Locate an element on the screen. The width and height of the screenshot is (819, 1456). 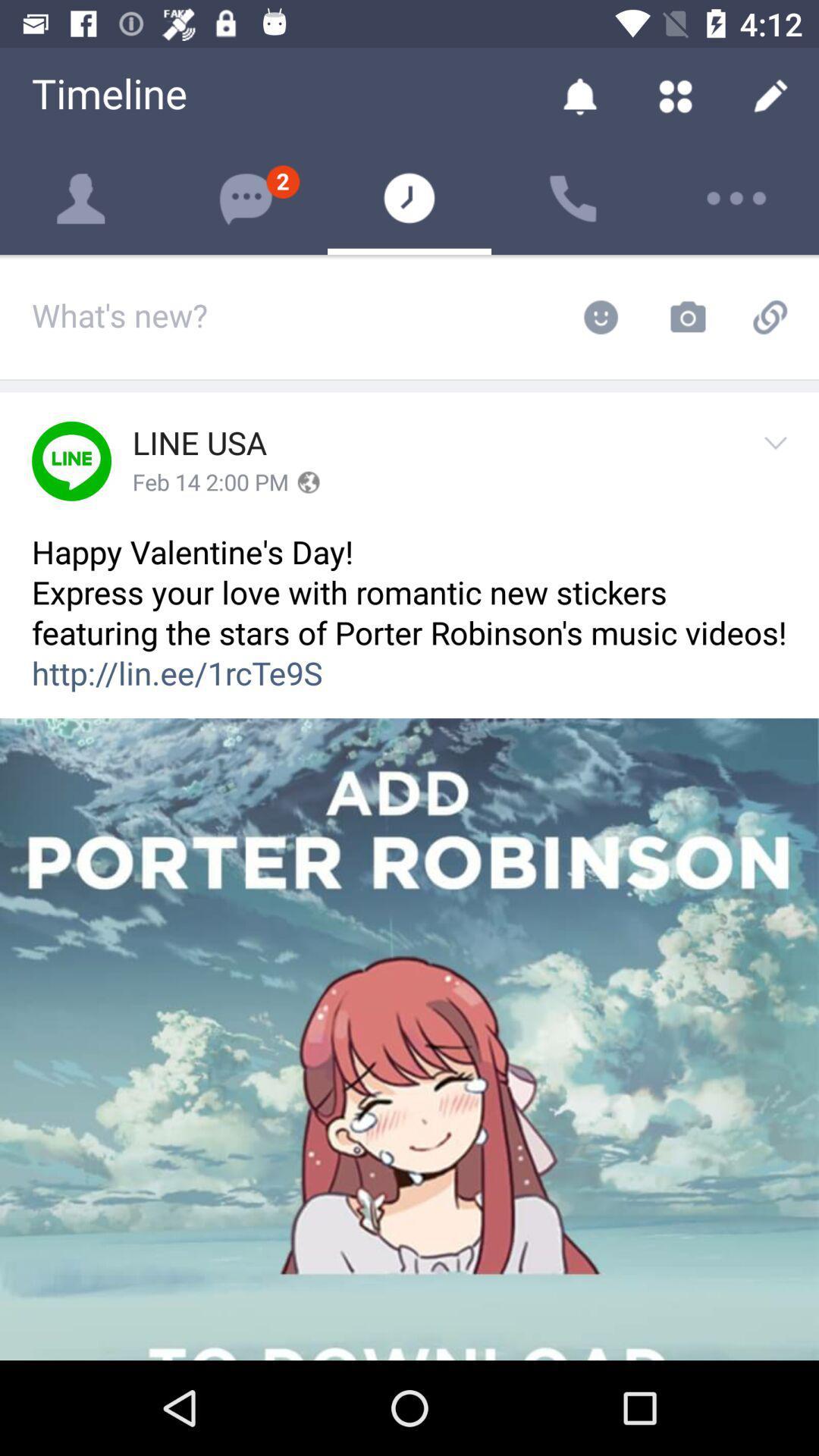
the timer icon next to message icon is located at coordinates (409, 198).